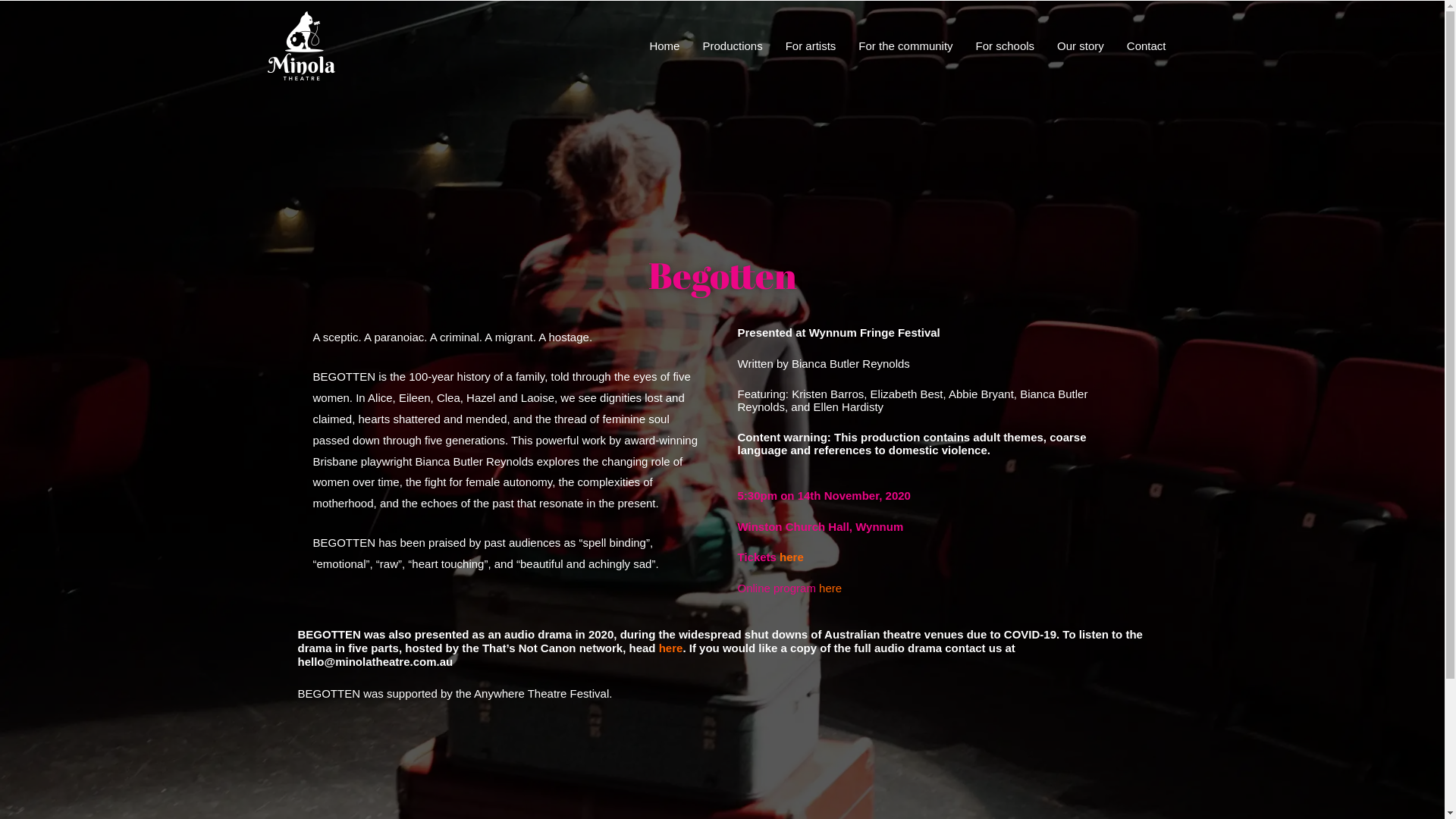 The height and width of the screenshot is (819, 1456). I want to click on 'Home', so click(637, 45).